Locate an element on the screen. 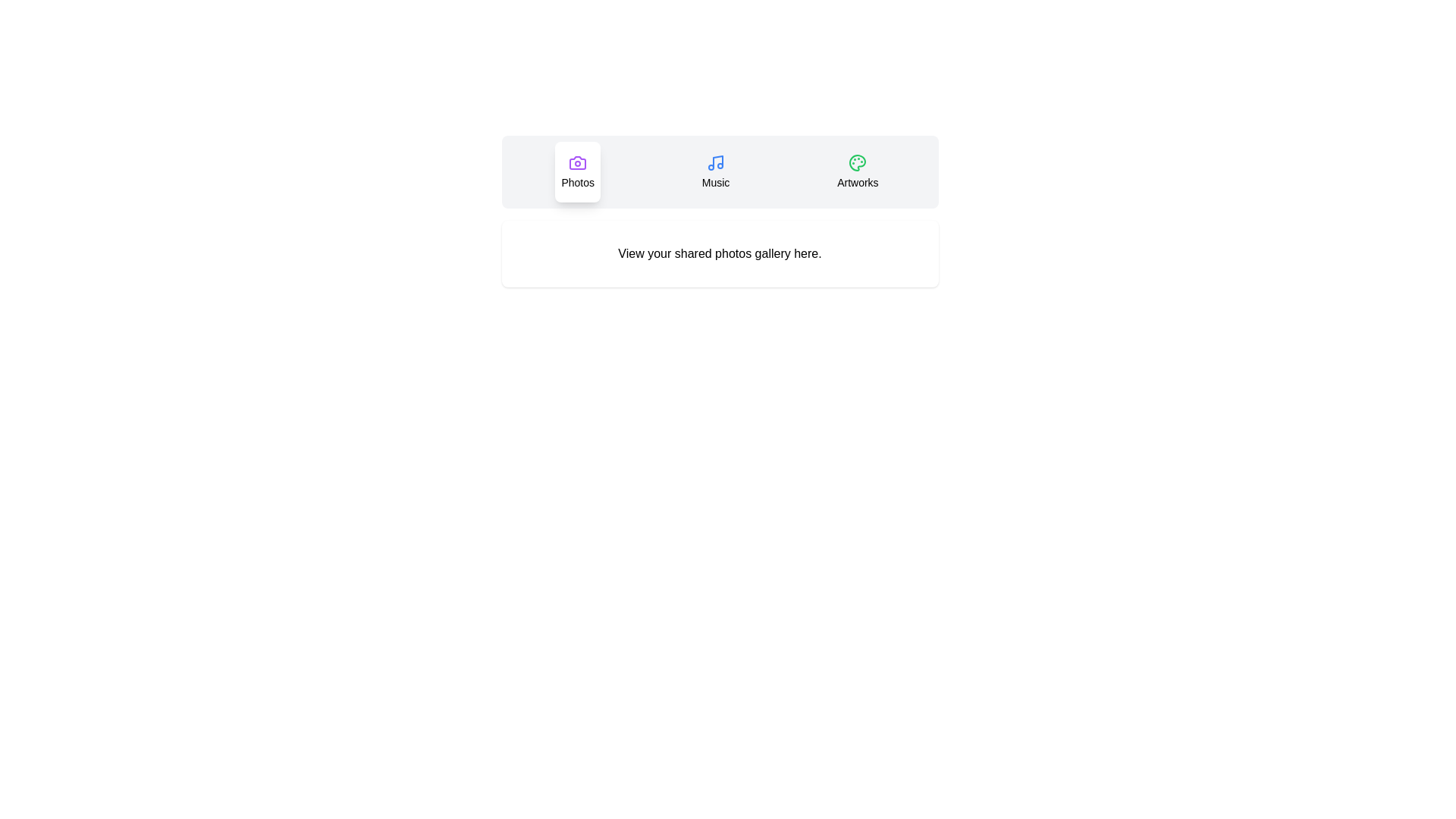  the Artworks tab is located at coordinates (858, 171).